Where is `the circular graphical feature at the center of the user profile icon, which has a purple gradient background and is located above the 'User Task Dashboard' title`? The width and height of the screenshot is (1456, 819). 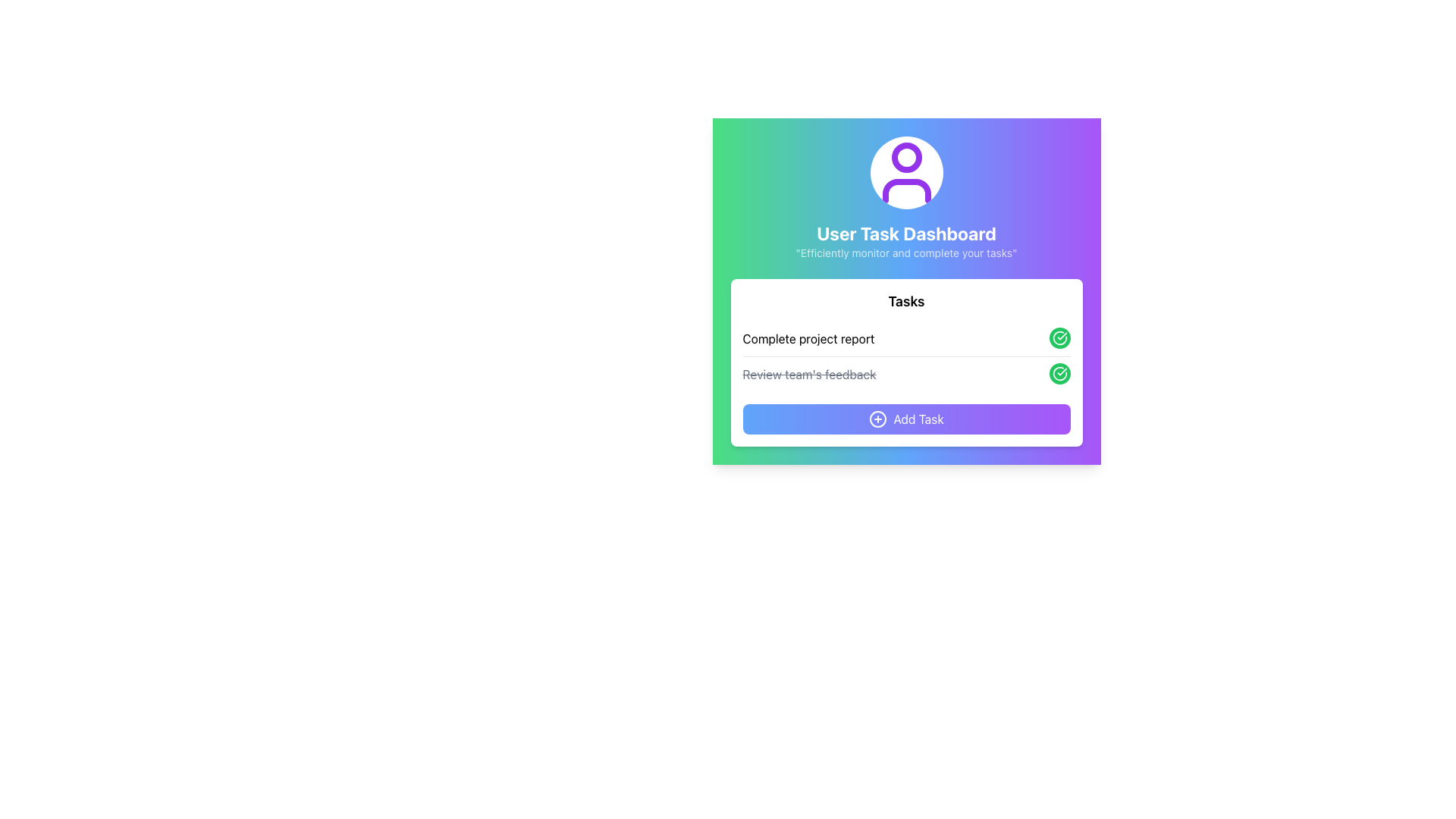
the circular graphical feature at the center of the user profile icon, which has a purple gradient background and is located above the 'User Task Dashboard' title is located at coordinates (906, 158).